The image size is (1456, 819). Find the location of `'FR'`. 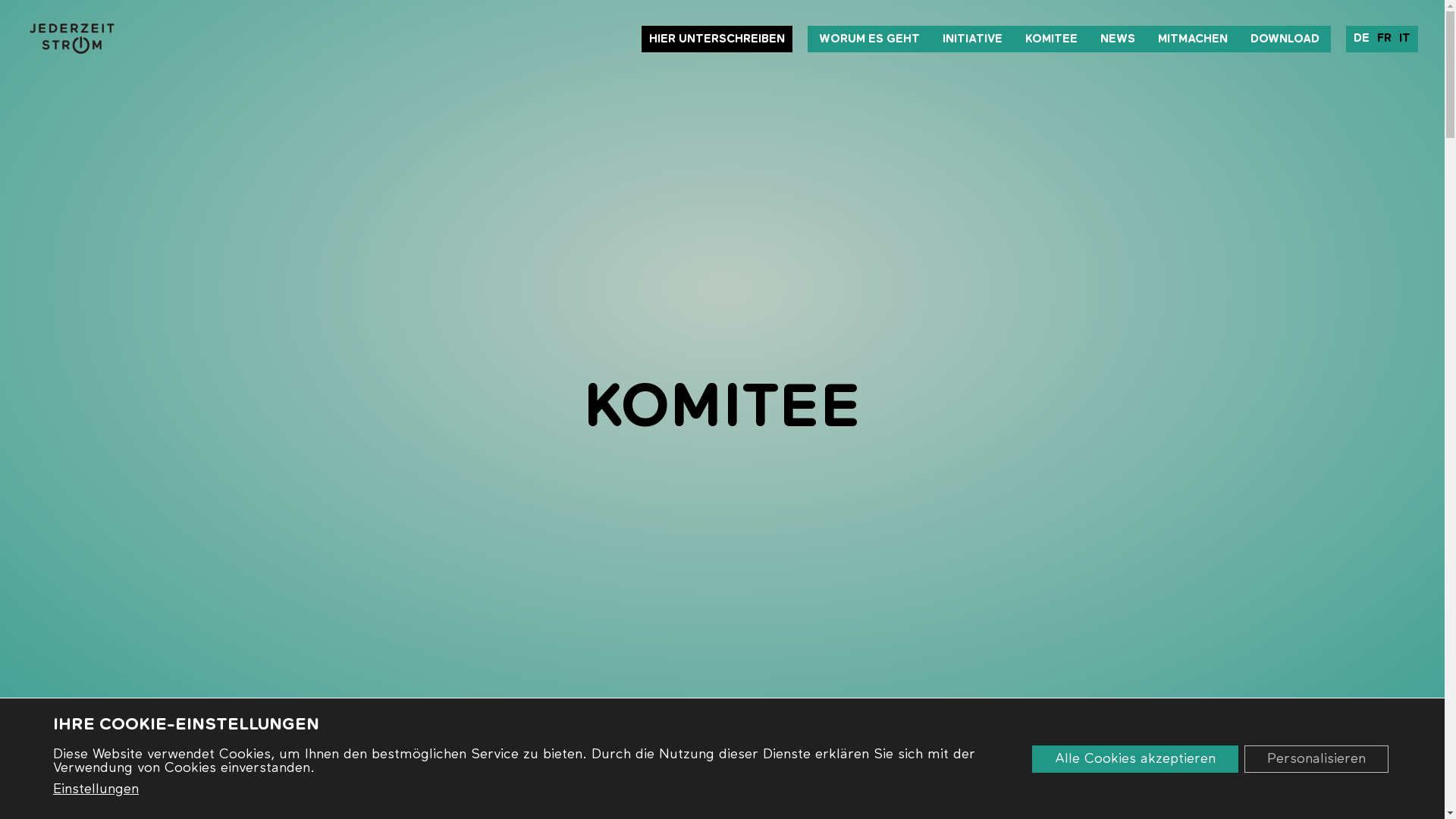

'FR' is located at coordinates (1373, 37).